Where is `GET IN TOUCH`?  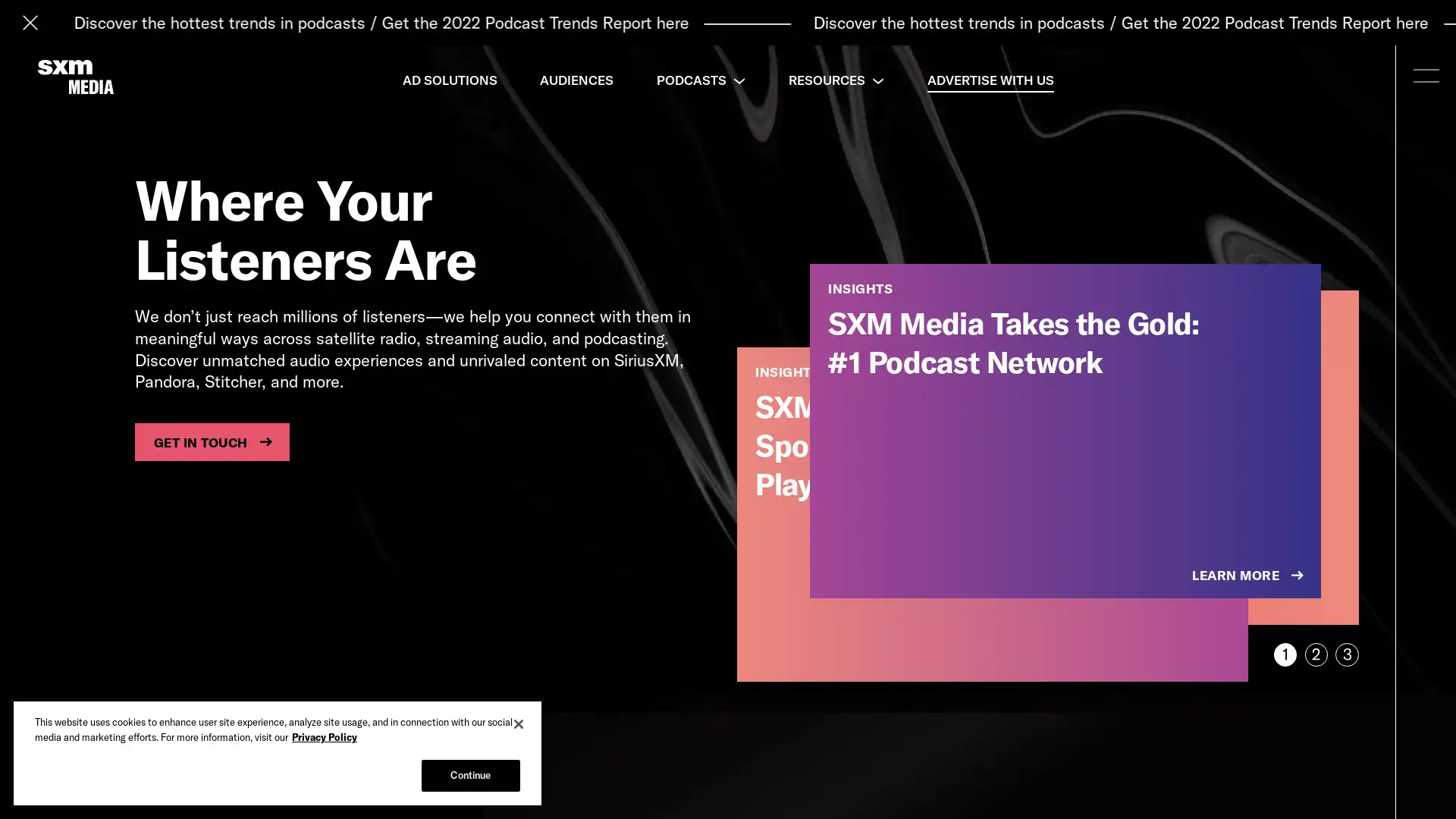
GET IN TOUCH is located at coordinates (211, 441).